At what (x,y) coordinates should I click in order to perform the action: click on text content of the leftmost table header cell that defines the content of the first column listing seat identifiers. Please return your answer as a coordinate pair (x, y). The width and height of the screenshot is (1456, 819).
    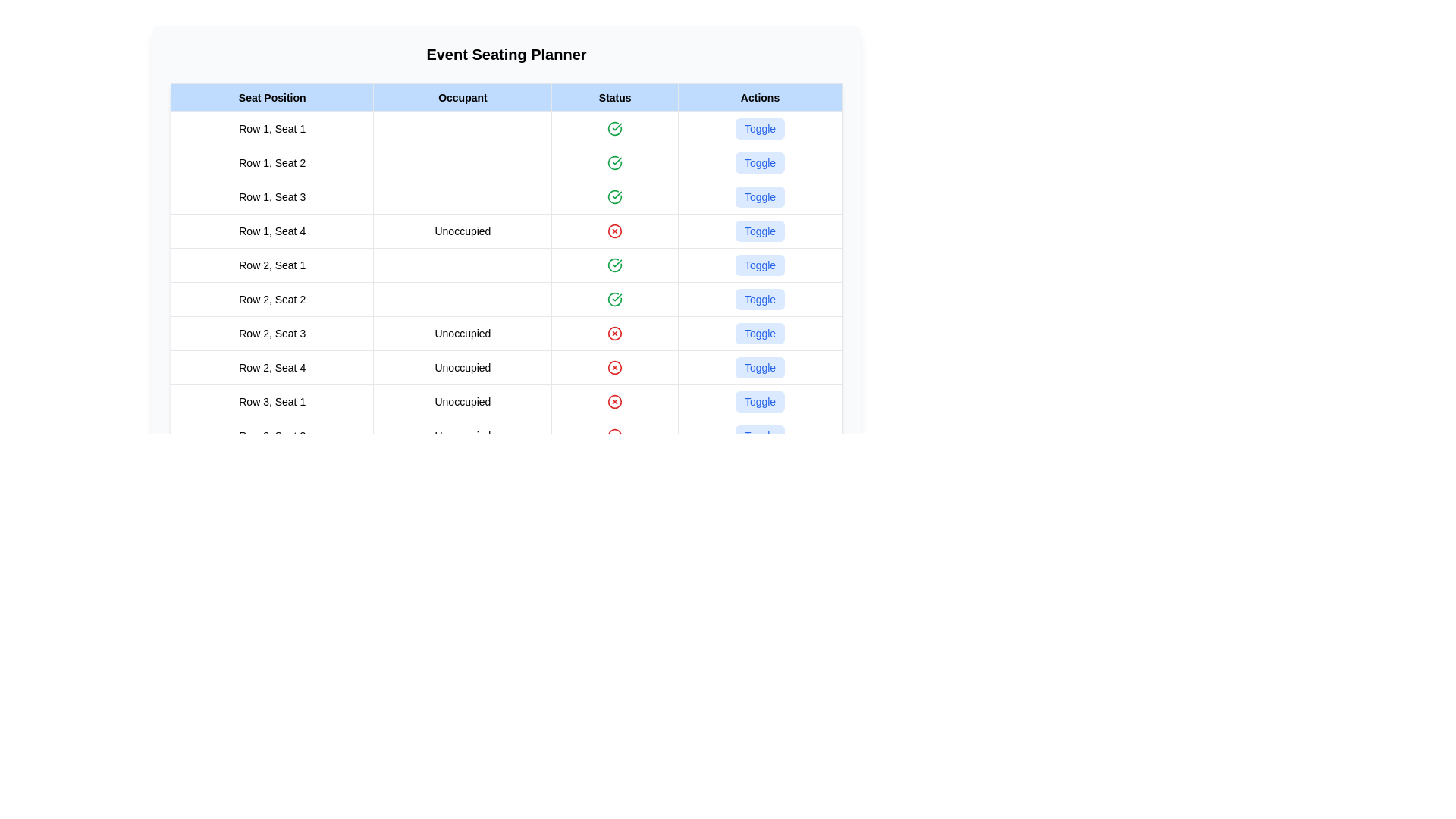
    Looking at the image, I should click on (272, 97).